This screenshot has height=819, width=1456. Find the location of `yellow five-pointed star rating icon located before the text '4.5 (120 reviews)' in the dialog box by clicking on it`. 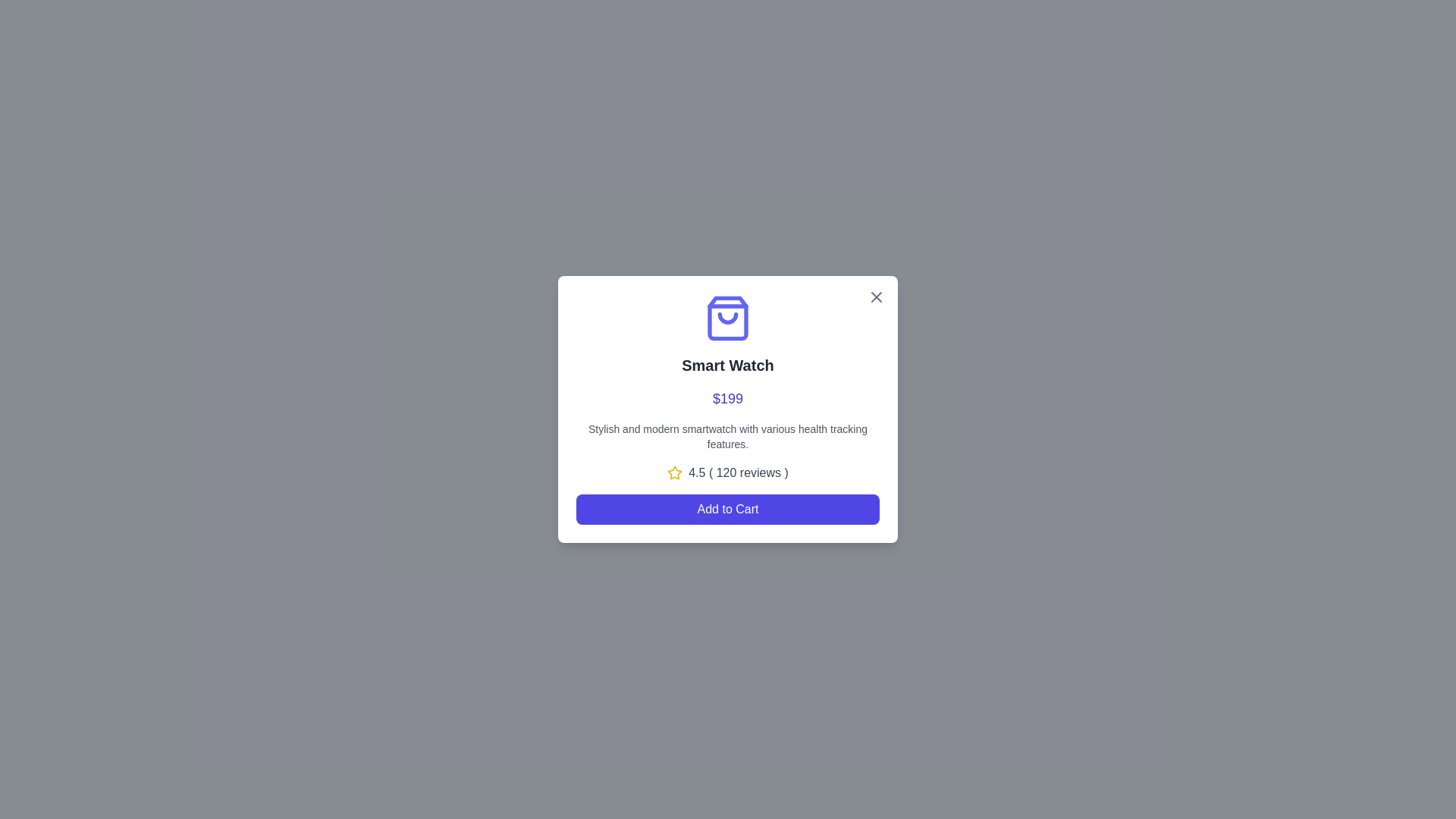

yellow five-pointed star rating icon located before the text '4.5 (120 reviews)' in the dialog box by clicking on it is located at coordinates (674, 472).